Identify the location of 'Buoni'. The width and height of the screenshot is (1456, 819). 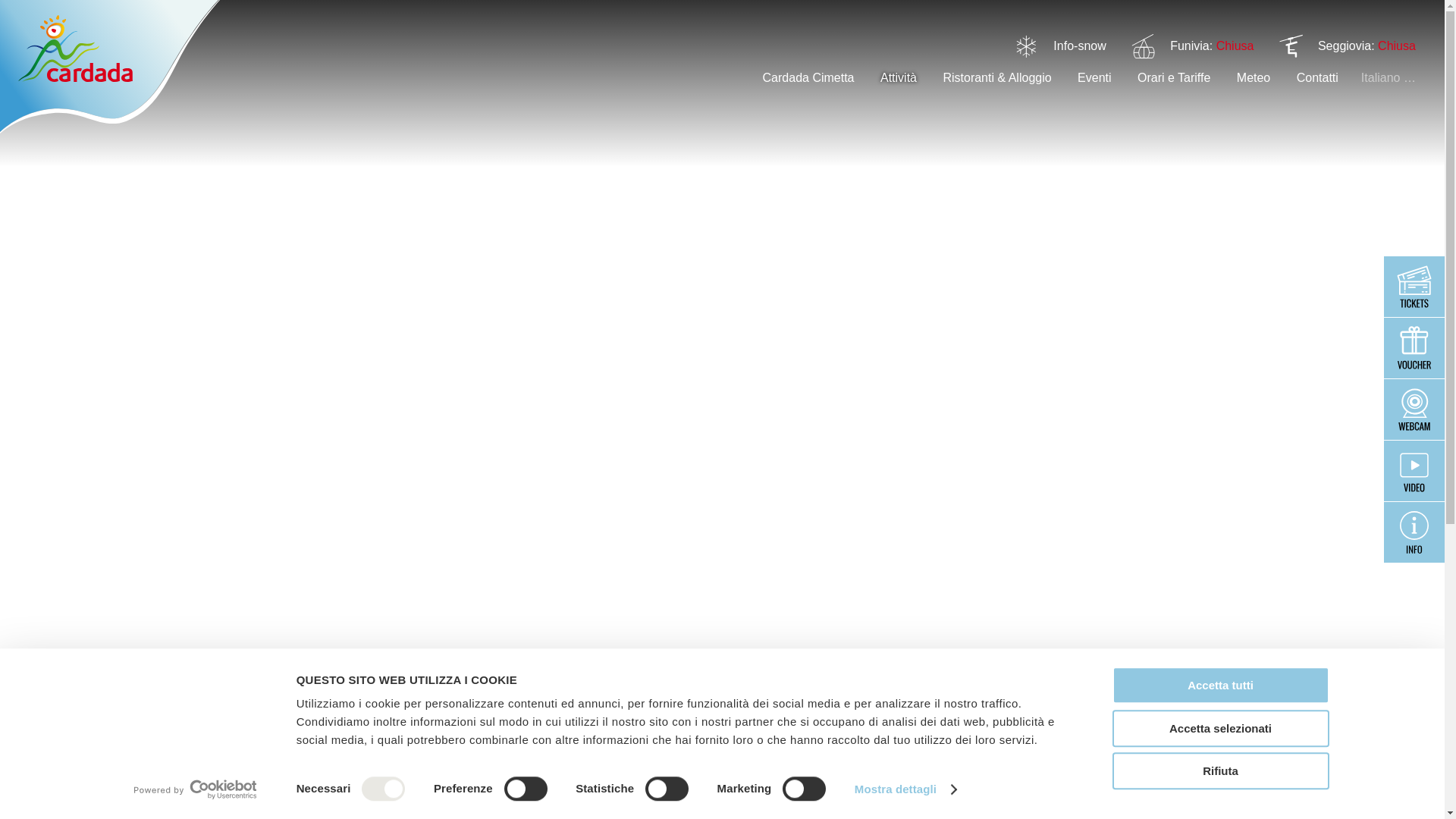
(1414, 348).